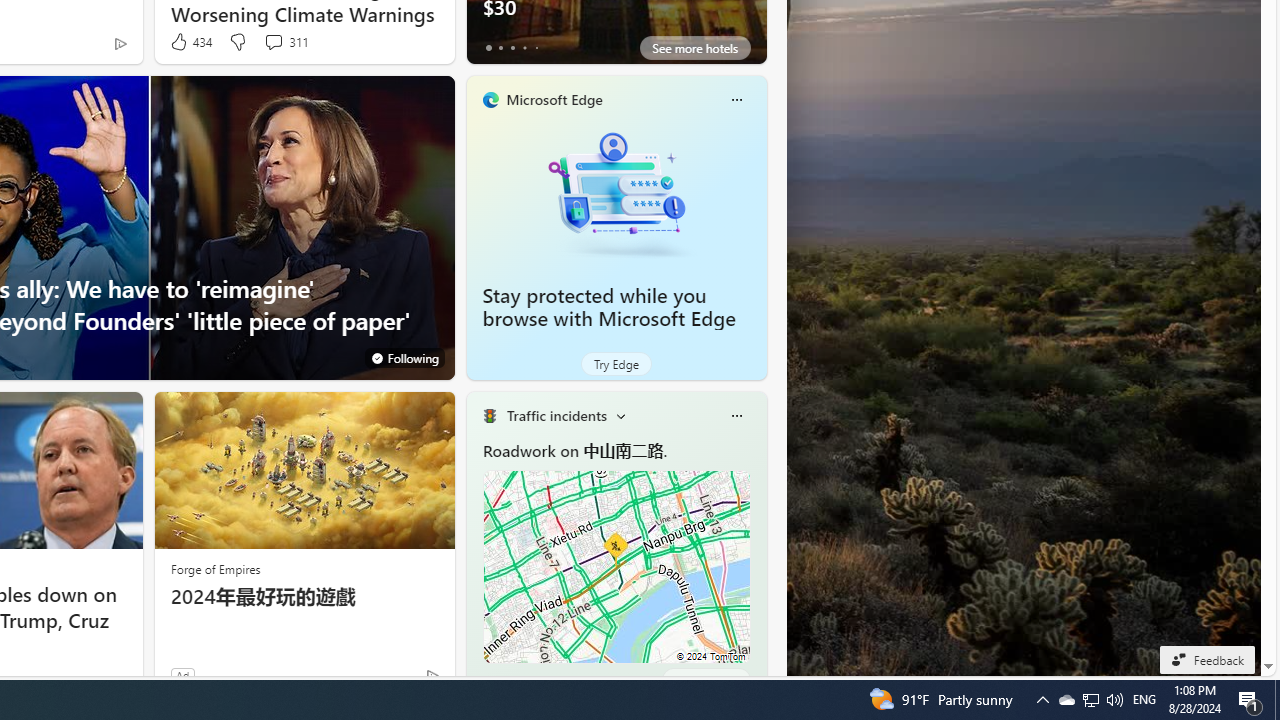 The image size is (1280, 720). What do you see at coordinates (403, 356) in the screenshot?
I see `'You'` at bounding box center [403, 356].